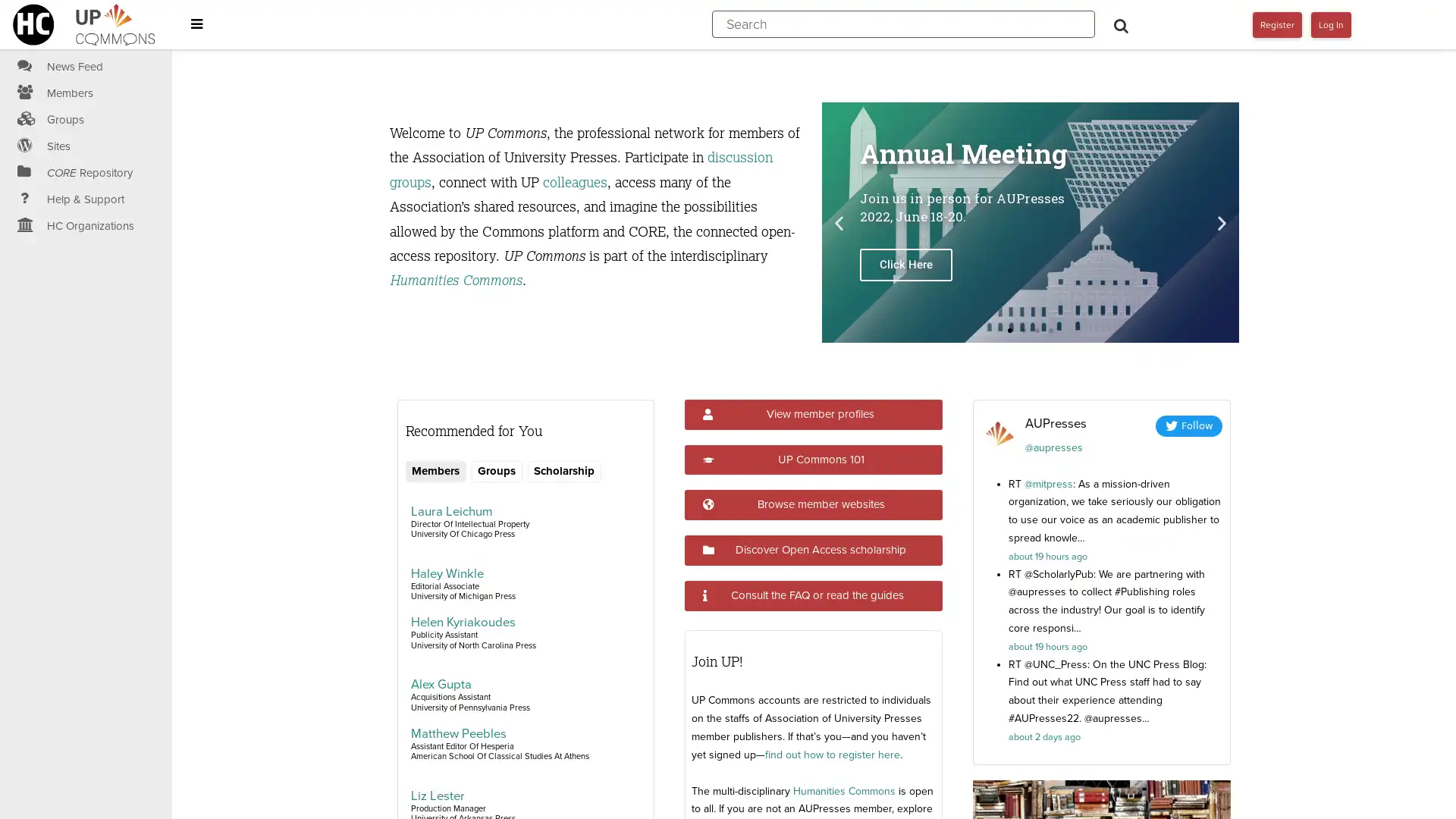  What do you see at coordinates (1022, 329) in the screenshot?
I see `Go to slide 2` at bounding box center [1022, 329].